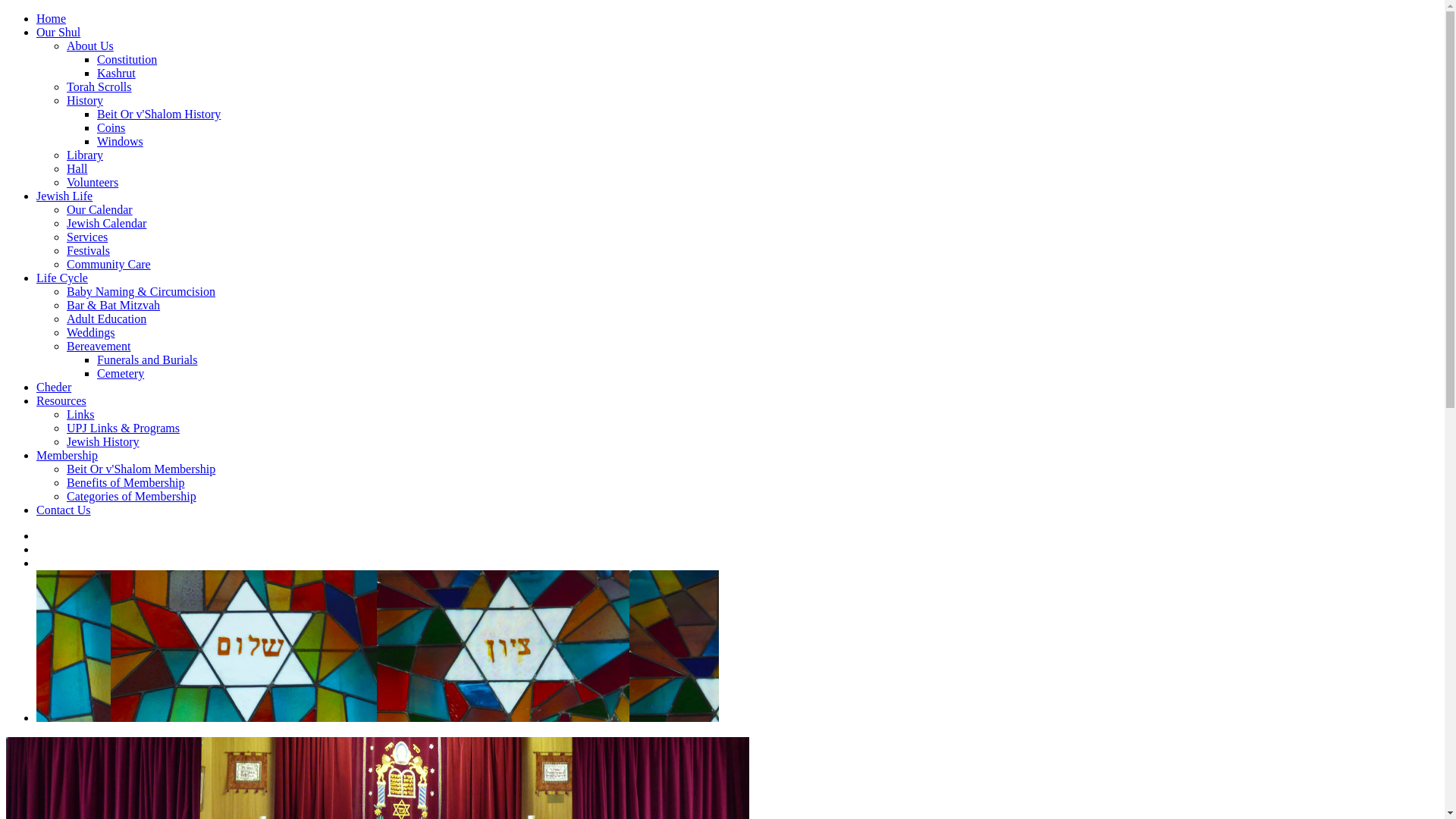  I want to click on 'About Us', so click(89, 45).